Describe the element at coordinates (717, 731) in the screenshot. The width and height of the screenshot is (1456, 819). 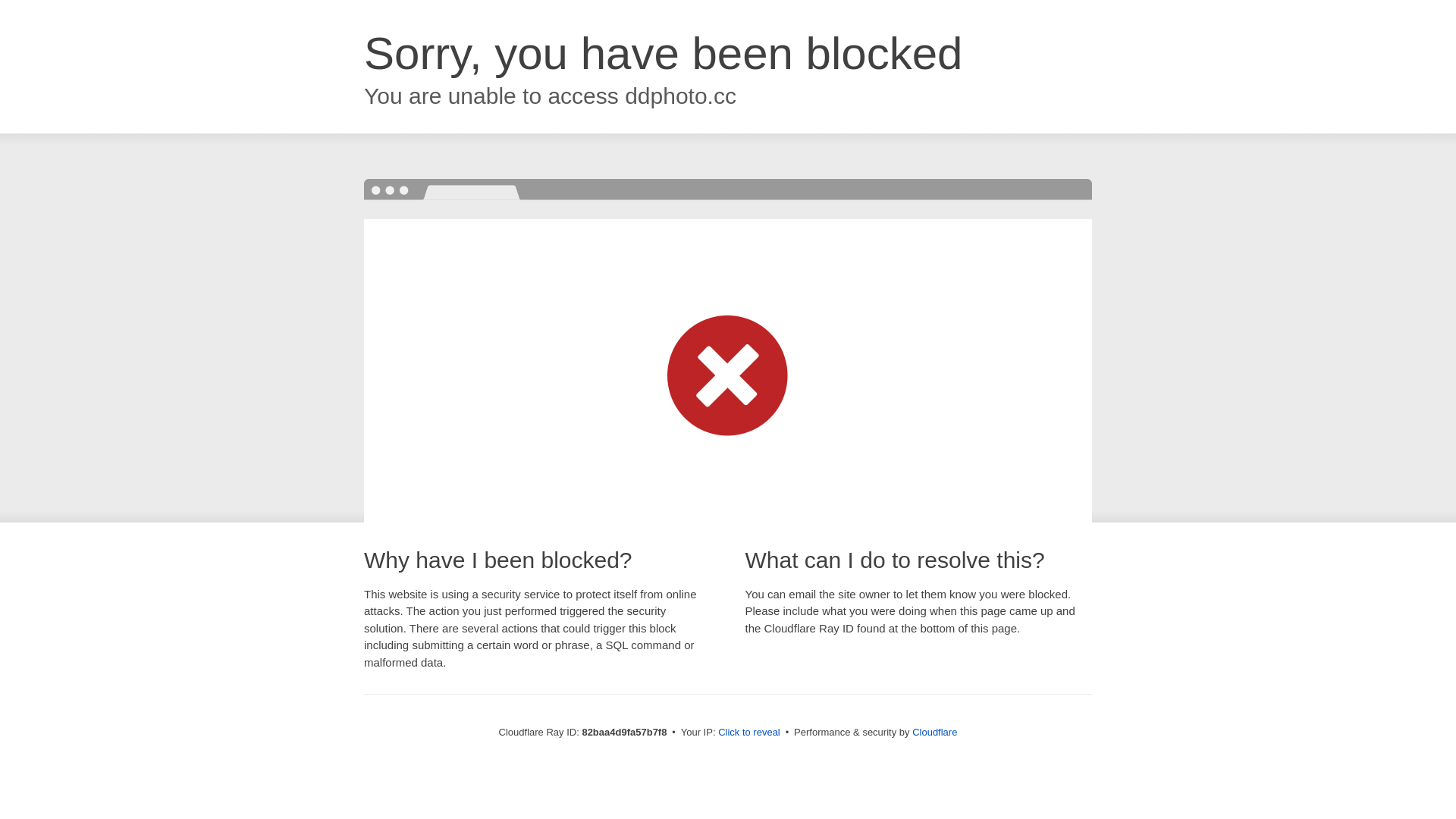
I see `'Click to reveal'` at that location.